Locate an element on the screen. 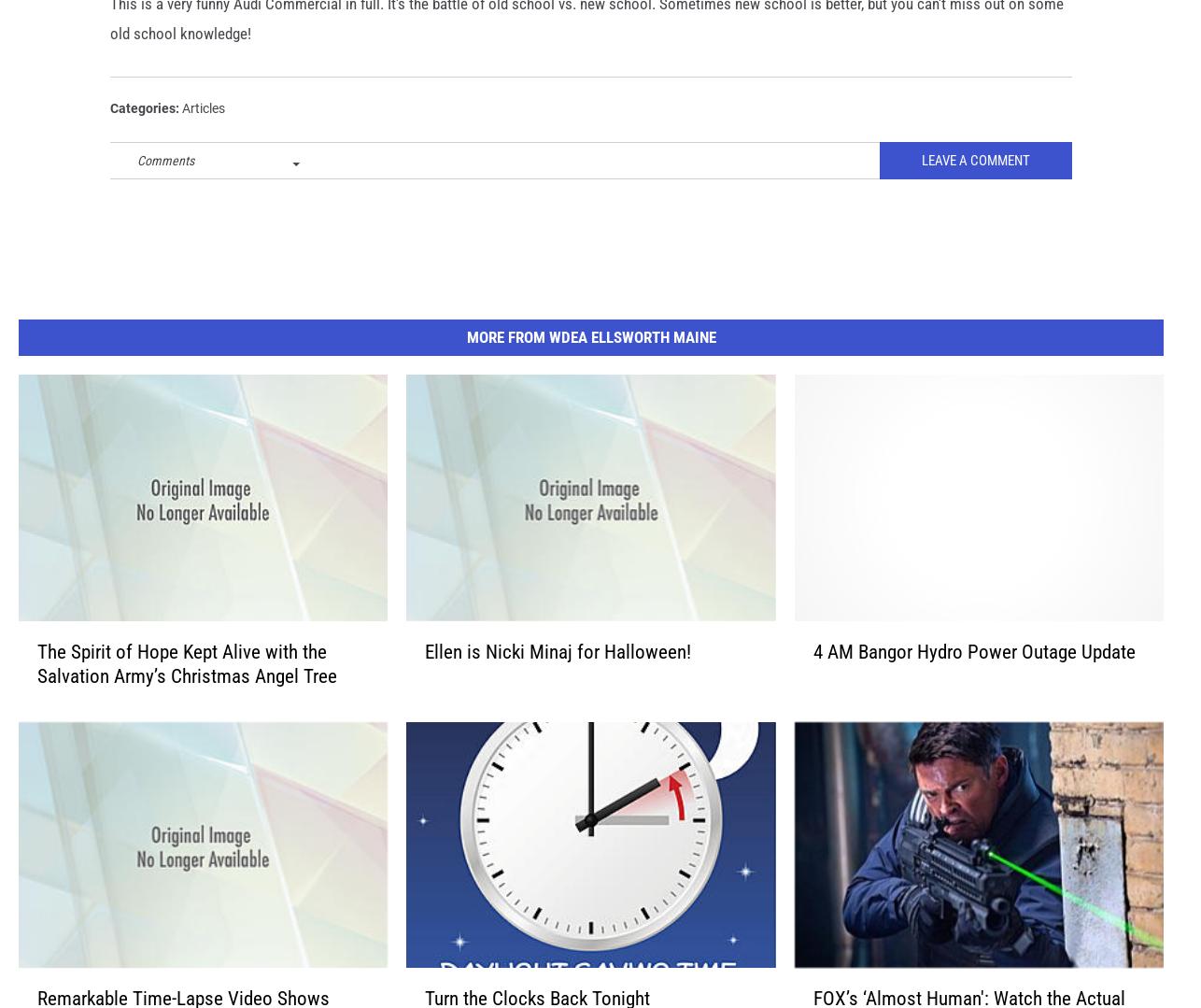 This screenshot has height=1008, width=1201. 'Comments' is located at coordinates (165, 191).